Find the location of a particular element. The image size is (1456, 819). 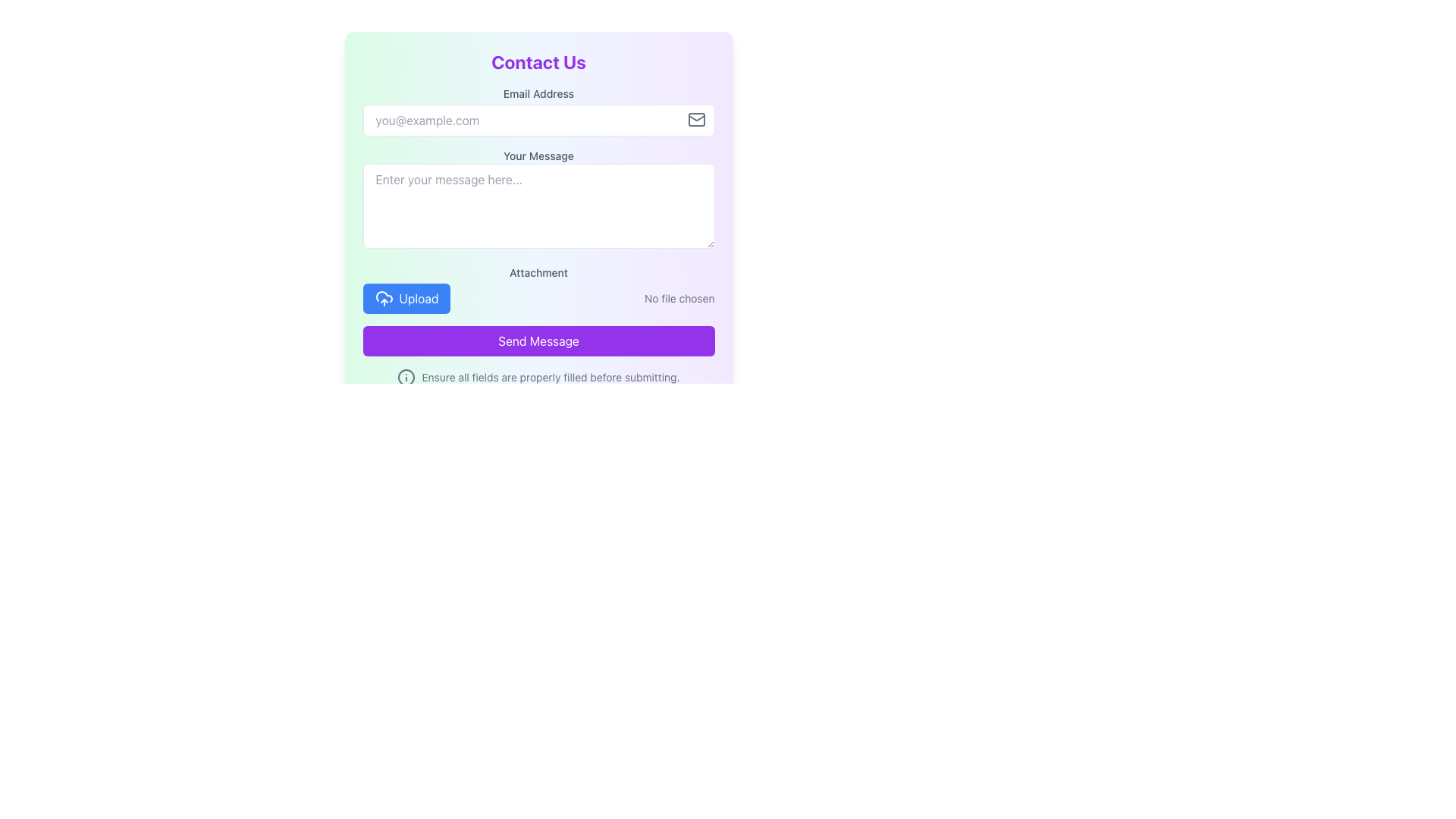

the text label element displaying 'No file chosen.' which is styled with gray font color and located to the right of the blue upload button is located at coordinates (679, 298).